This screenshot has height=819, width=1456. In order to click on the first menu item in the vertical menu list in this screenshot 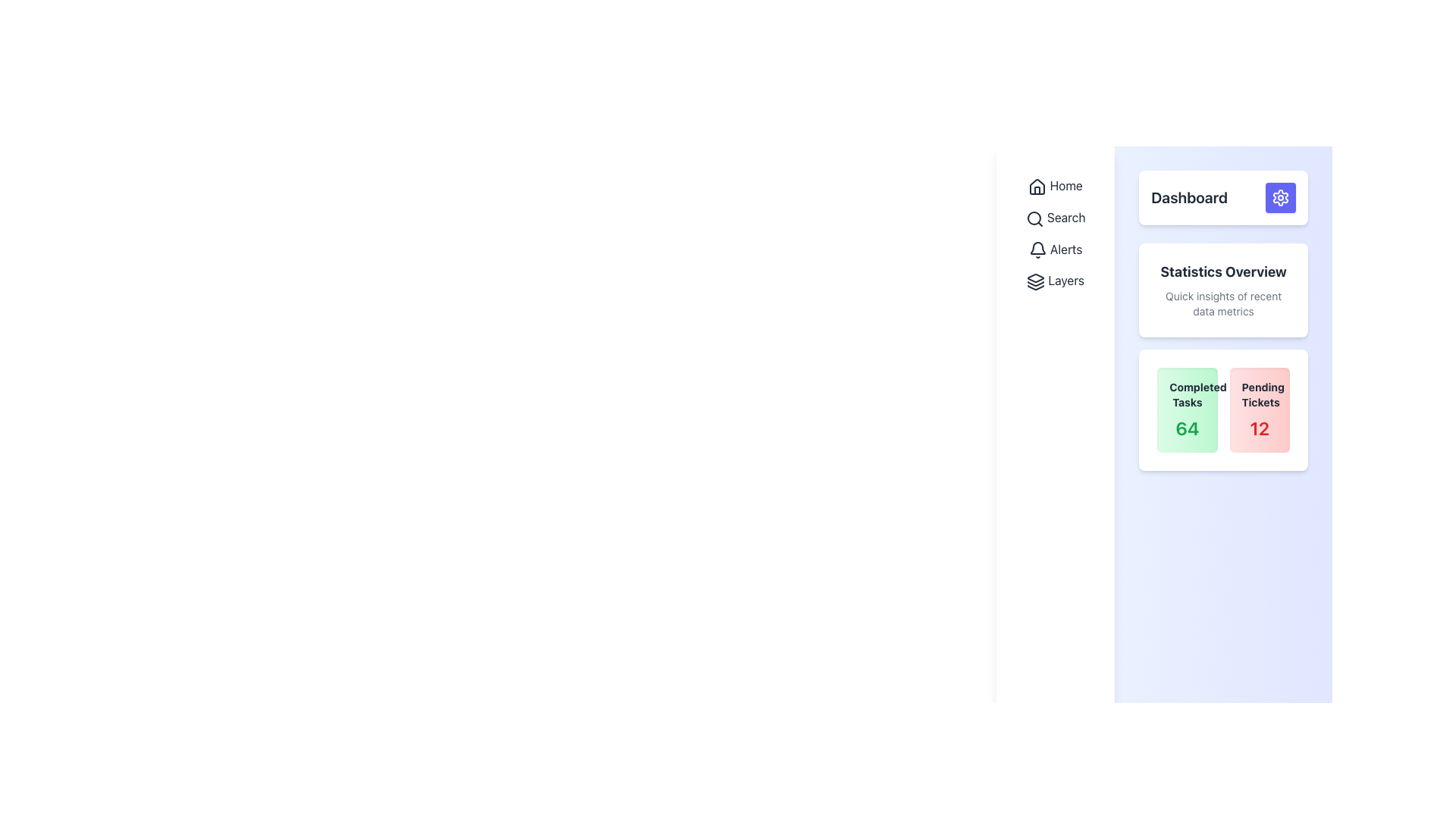, I will do `click(1055, 185)`.